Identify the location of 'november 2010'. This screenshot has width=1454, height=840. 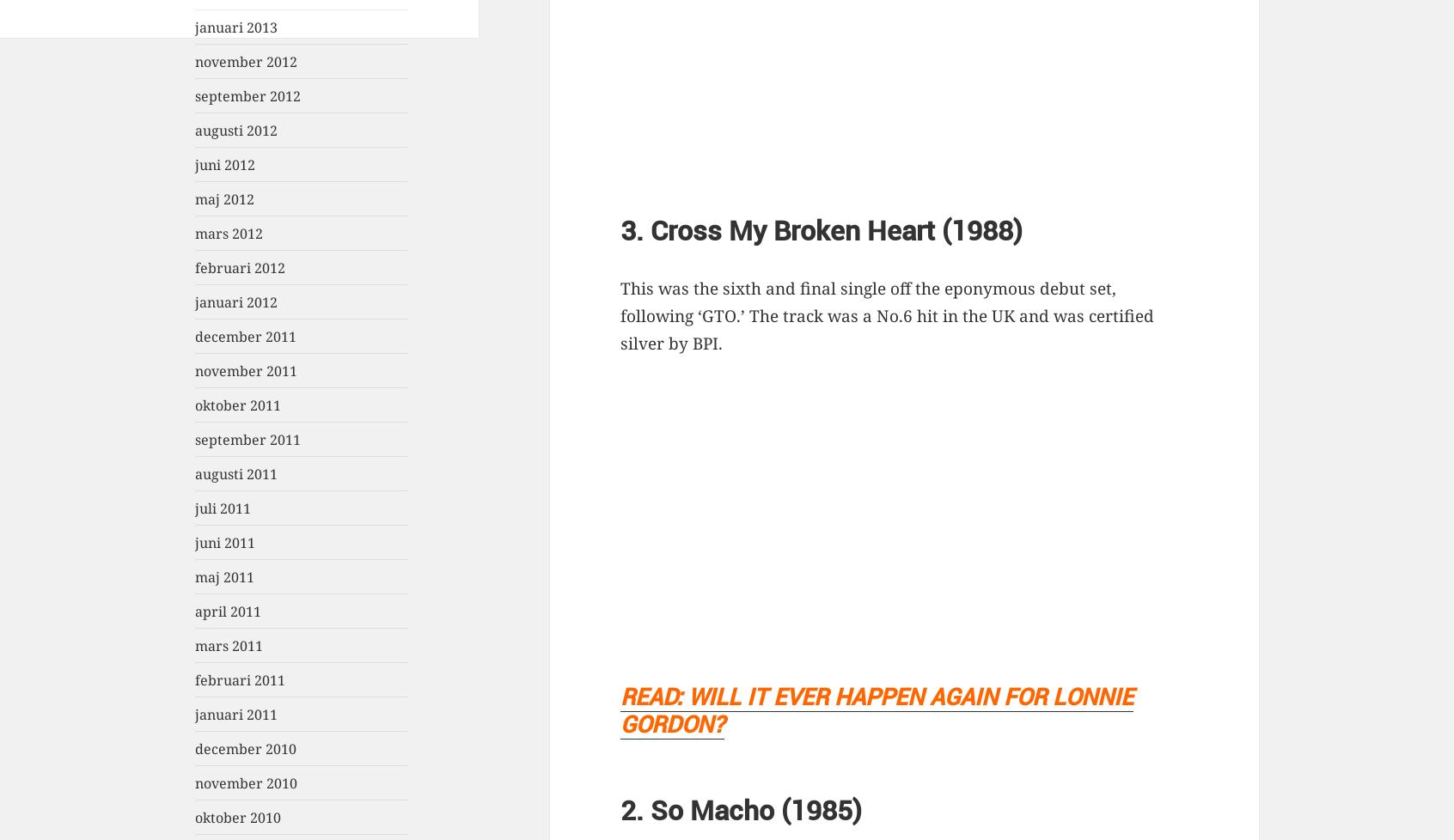
(245, 782).